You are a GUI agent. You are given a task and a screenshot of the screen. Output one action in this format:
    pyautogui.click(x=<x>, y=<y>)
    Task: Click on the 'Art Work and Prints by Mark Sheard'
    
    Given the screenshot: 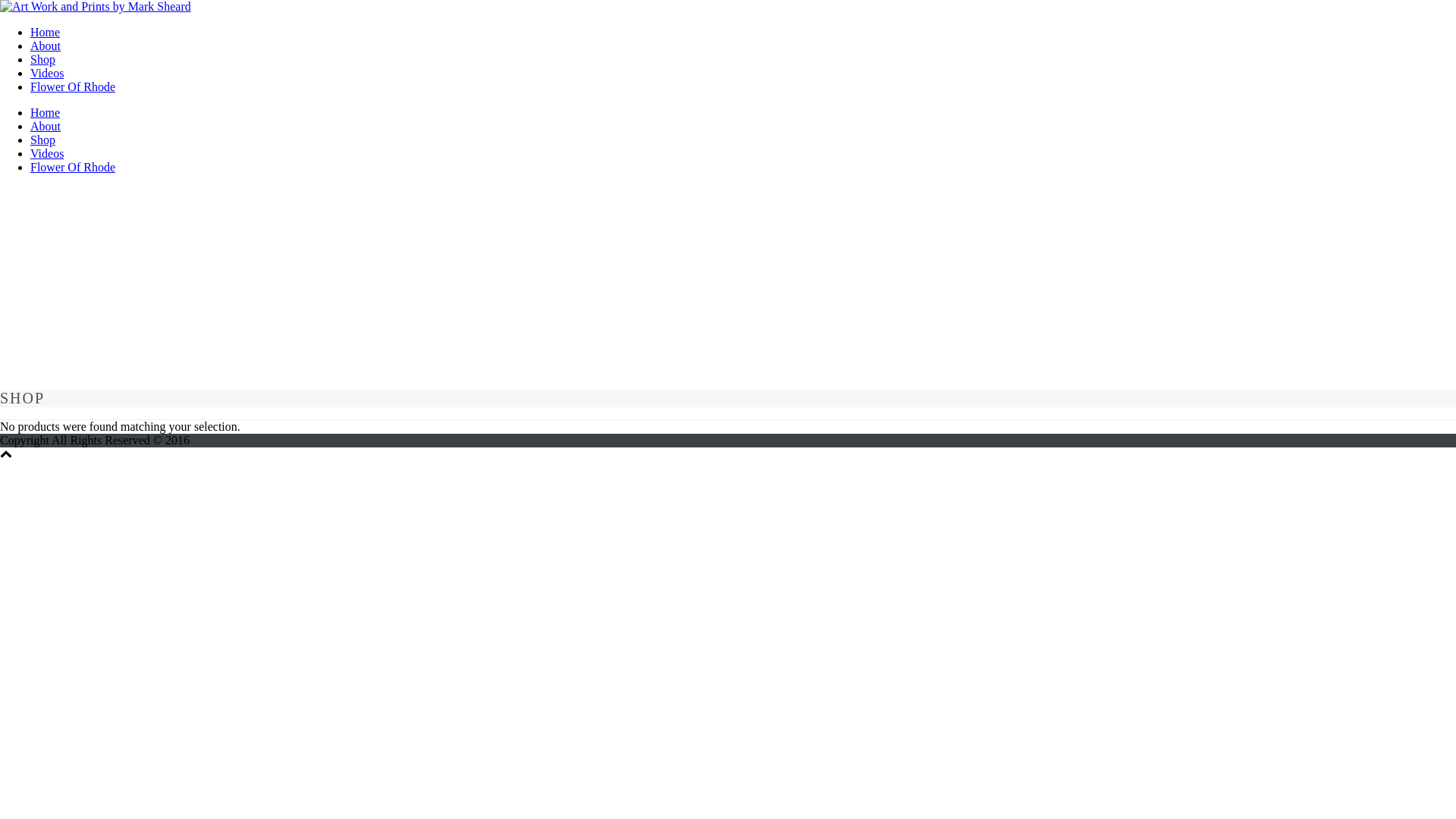 What is the action you would take?
    pyautogui.click(x=0, y=6)
    